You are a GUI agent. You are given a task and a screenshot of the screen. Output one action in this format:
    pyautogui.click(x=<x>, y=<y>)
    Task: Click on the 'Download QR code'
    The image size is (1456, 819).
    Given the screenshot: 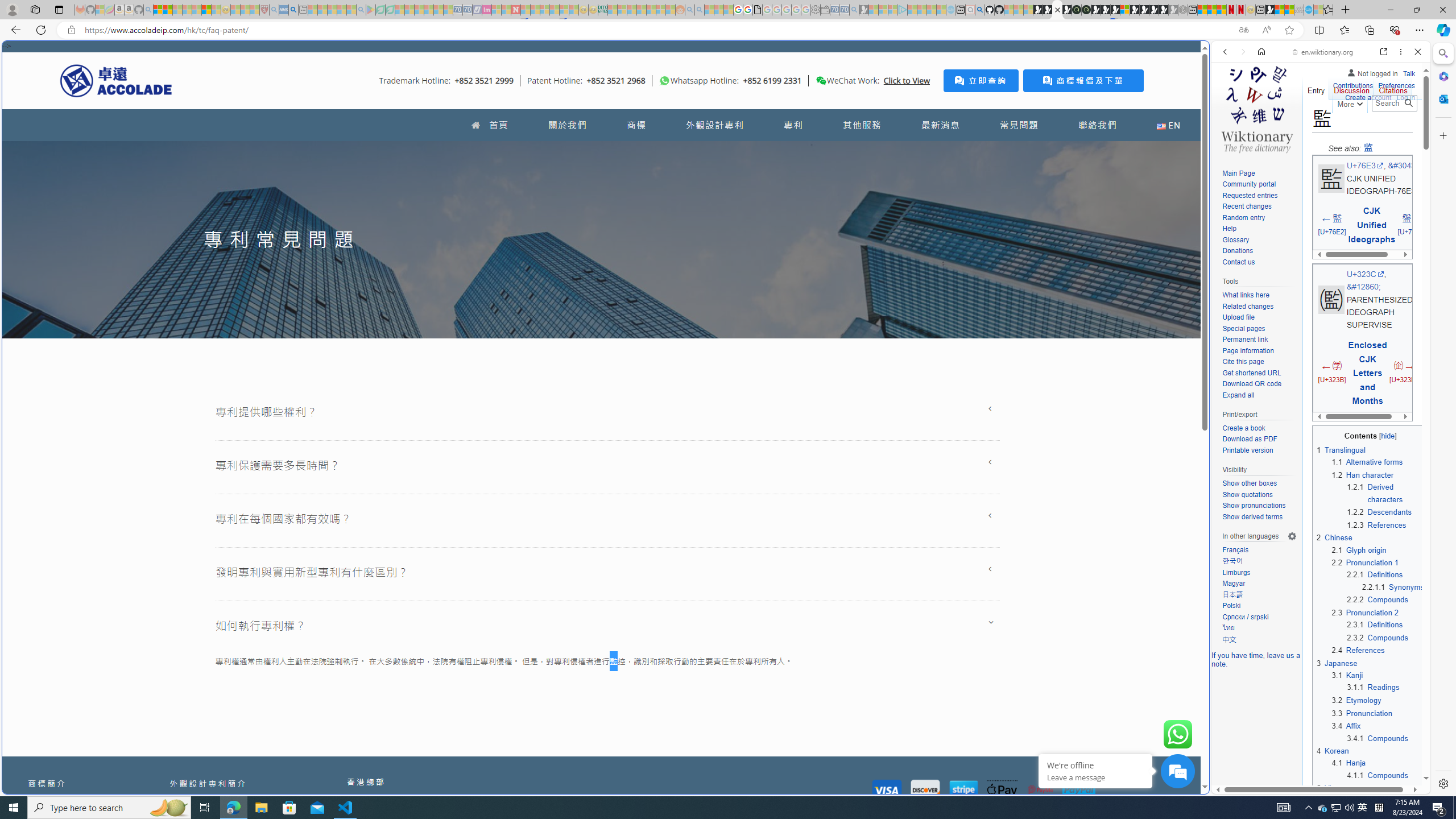 What is the action you would take?
    pyautogui.click(x=1259, y=383)
    